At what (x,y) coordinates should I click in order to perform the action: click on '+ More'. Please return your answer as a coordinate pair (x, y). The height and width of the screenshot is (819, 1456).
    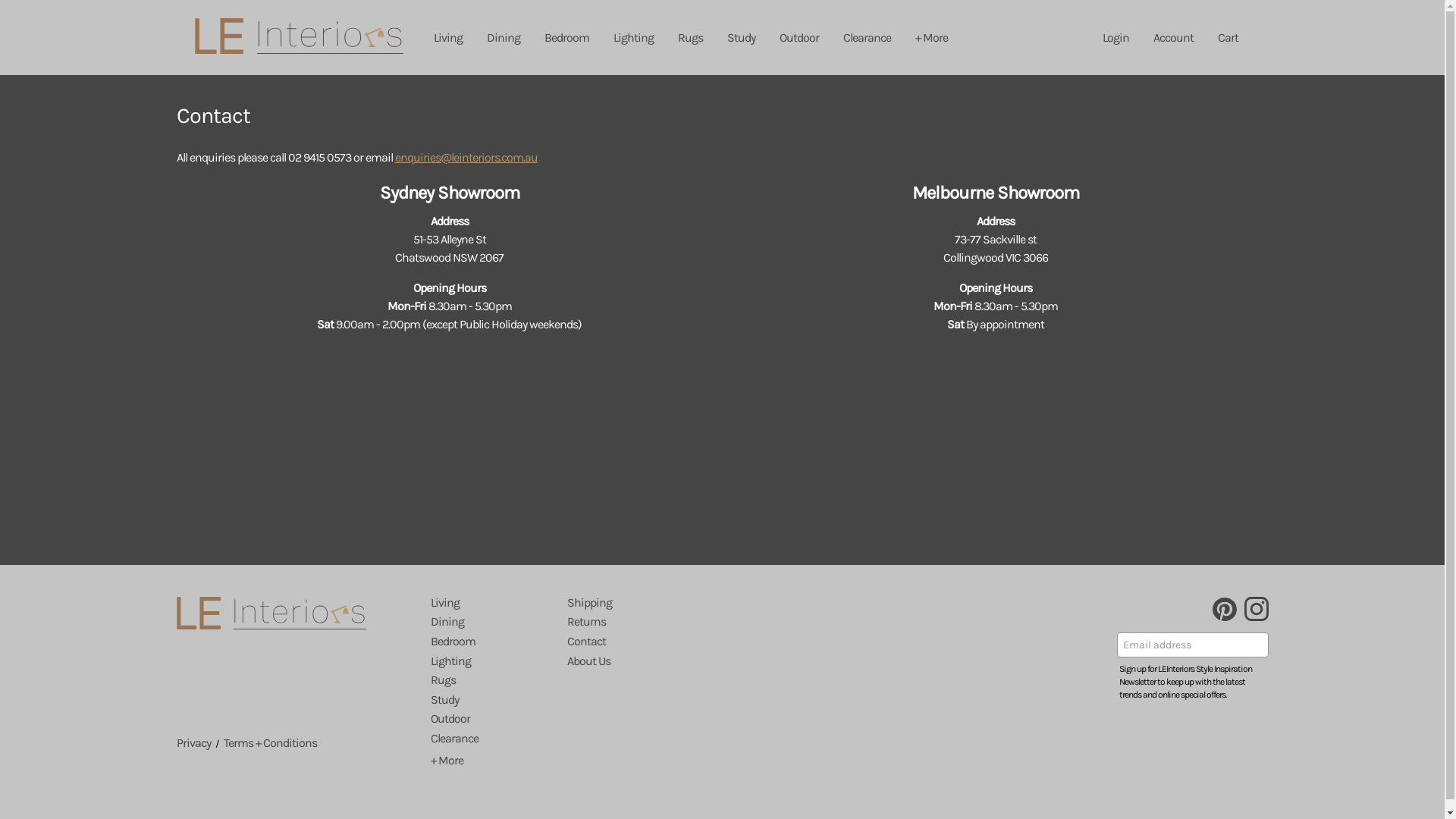
    Looking at the image, I should click on (446, 760).